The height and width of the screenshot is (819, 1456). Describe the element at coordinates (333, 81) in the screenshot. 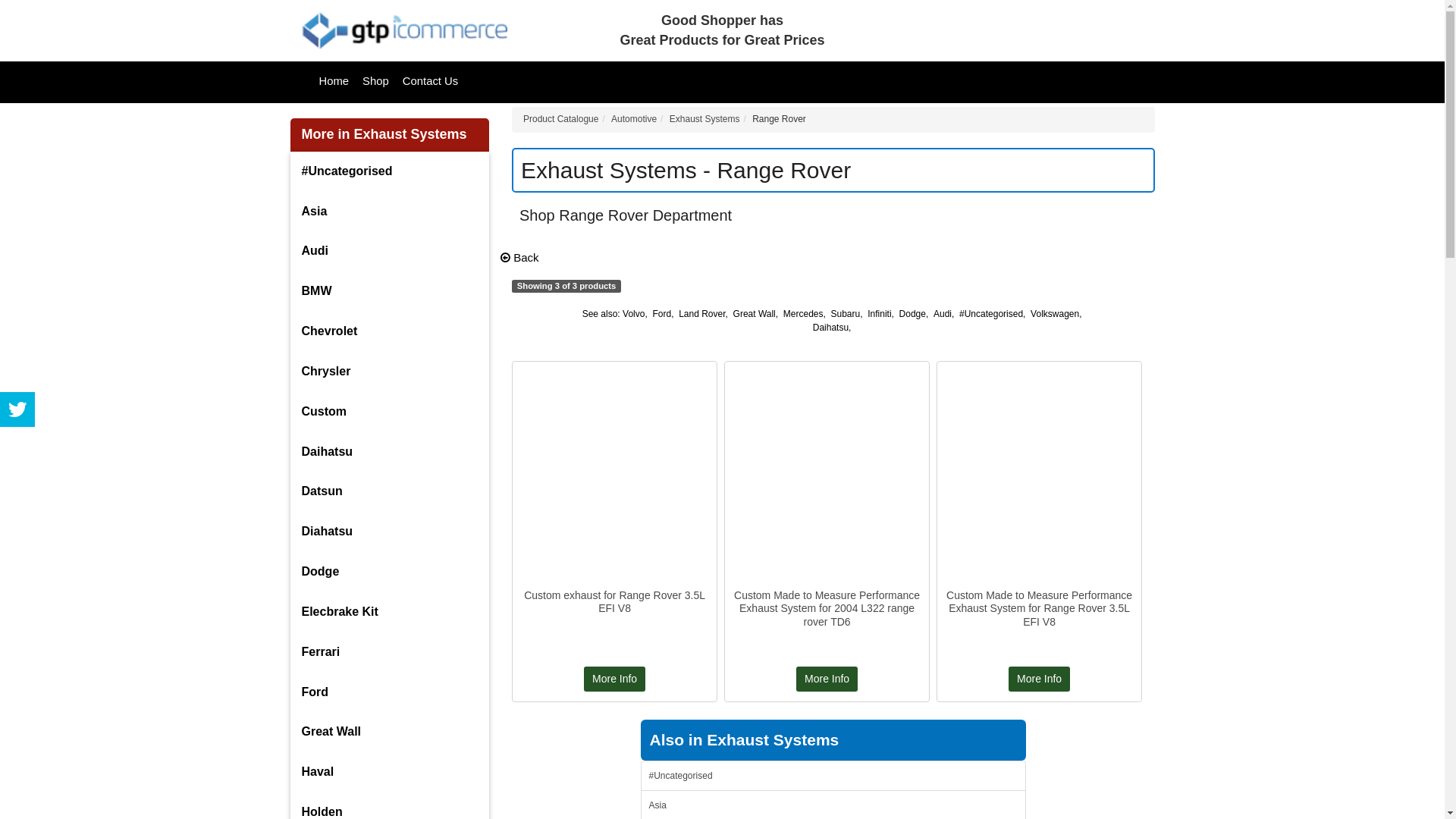

I see `'Home'` at that location.